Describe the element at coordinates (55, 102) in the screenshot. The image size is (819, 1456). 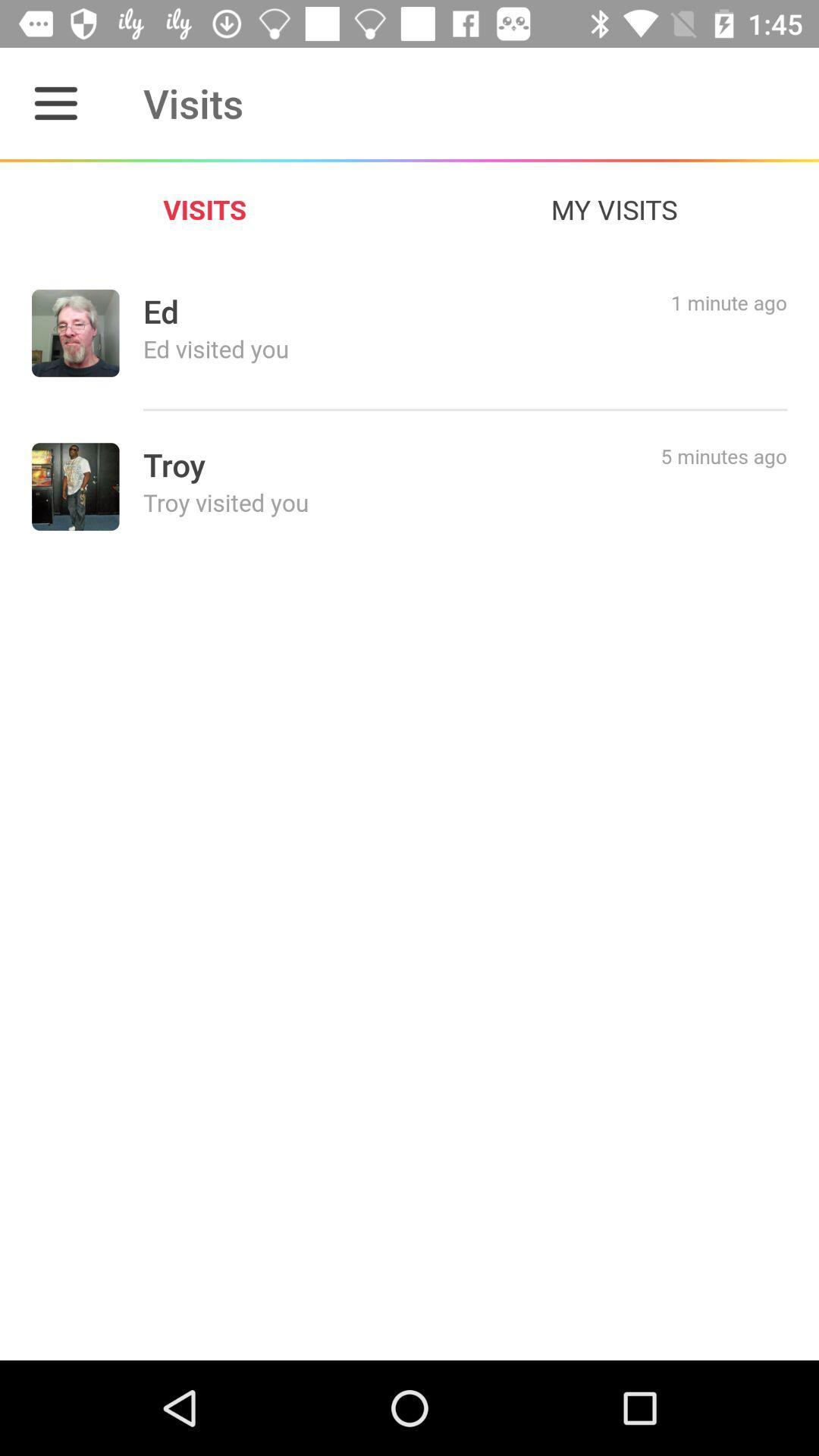
I see `item next to the visits item` at that location.